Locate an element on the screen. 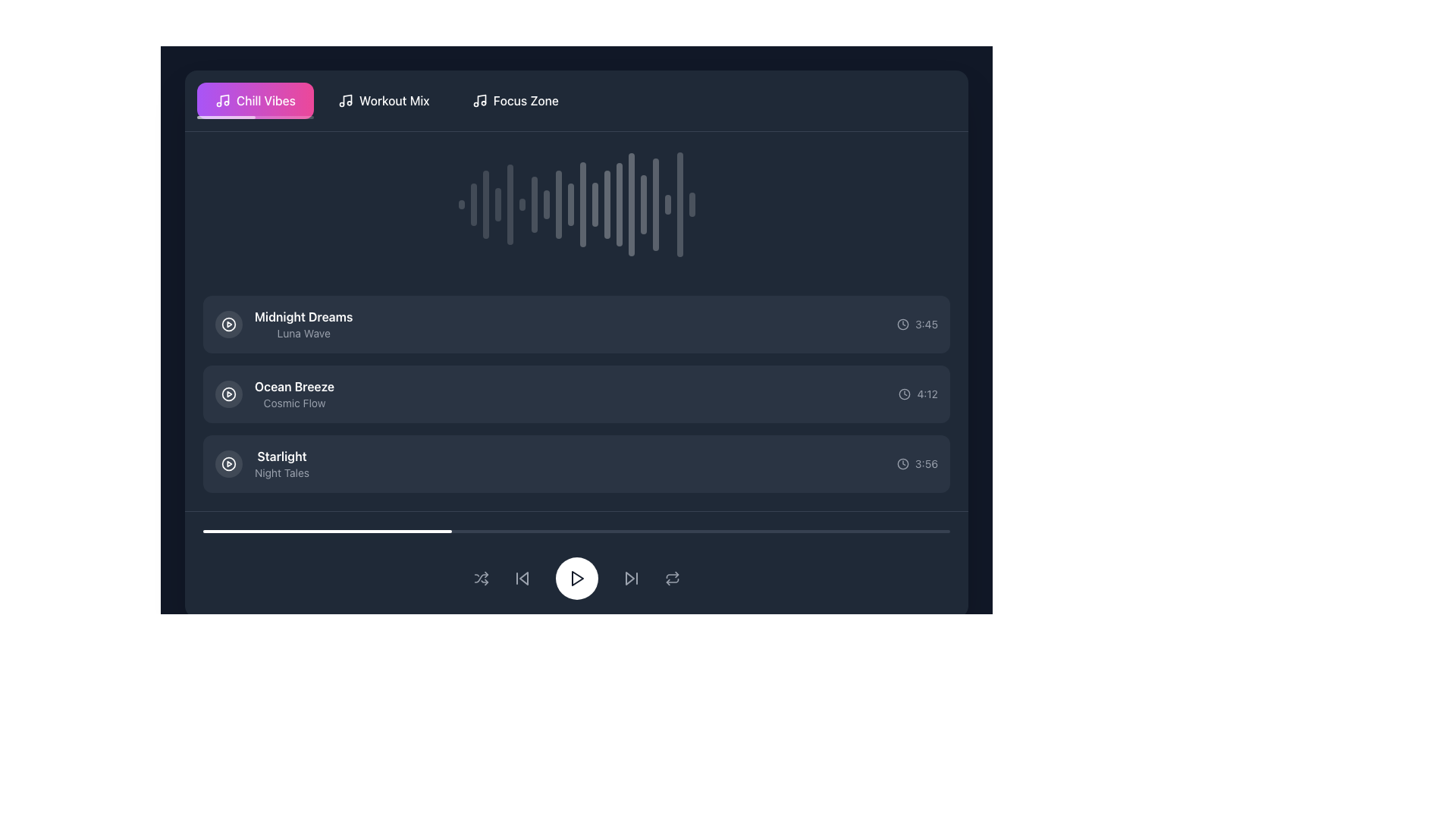 Image resolution: width=1456 pixels, height=819 pixels. the 16th vertical bar representing the audio waveform in the audio visualization group, which is styled with subtle transparency and rounded edges is located at coordinates (643, 205).